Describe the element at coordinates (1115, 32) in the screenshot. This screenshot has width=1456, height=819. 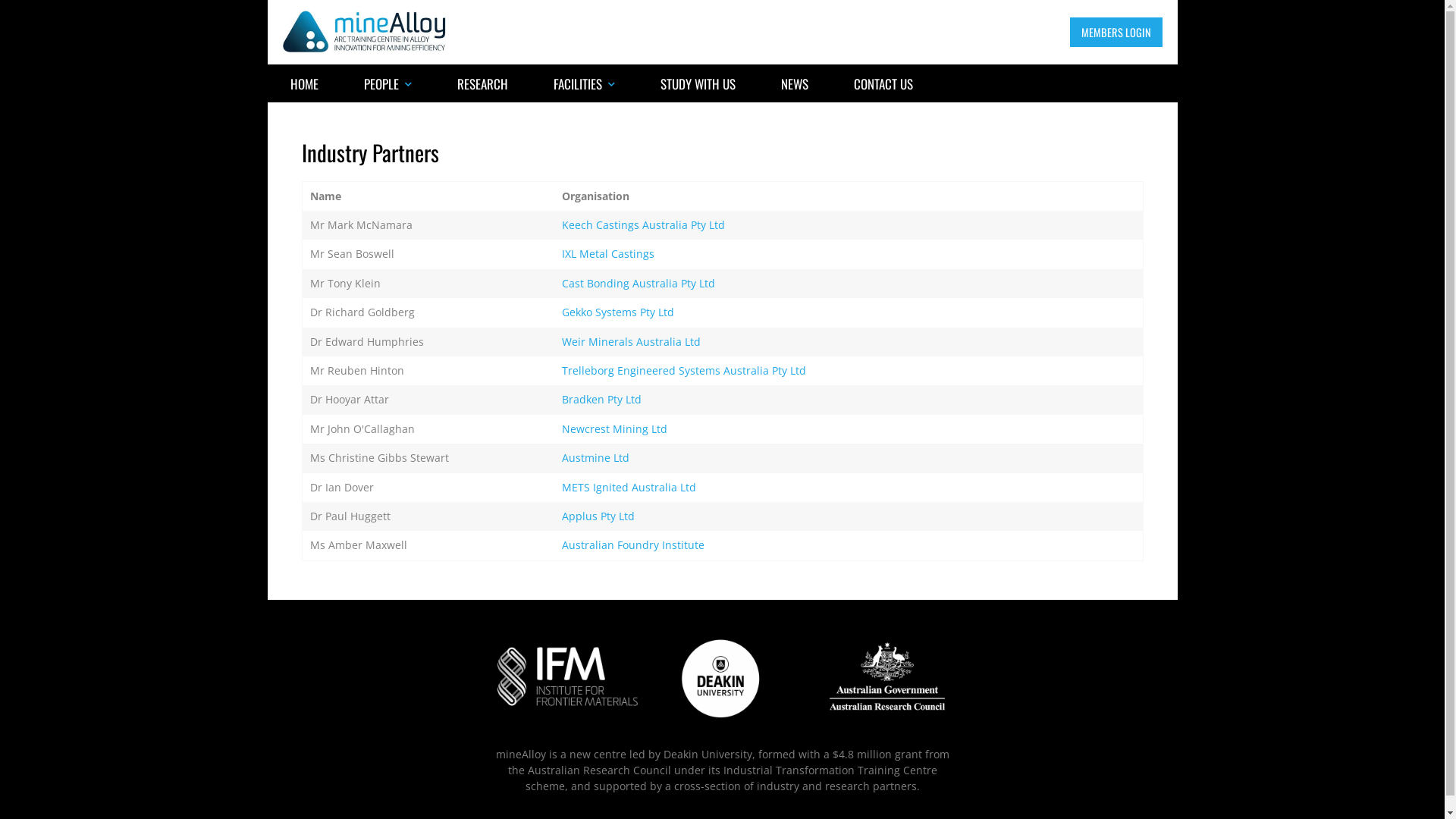
I see `'MEMBERS LOGIN'` at that location.